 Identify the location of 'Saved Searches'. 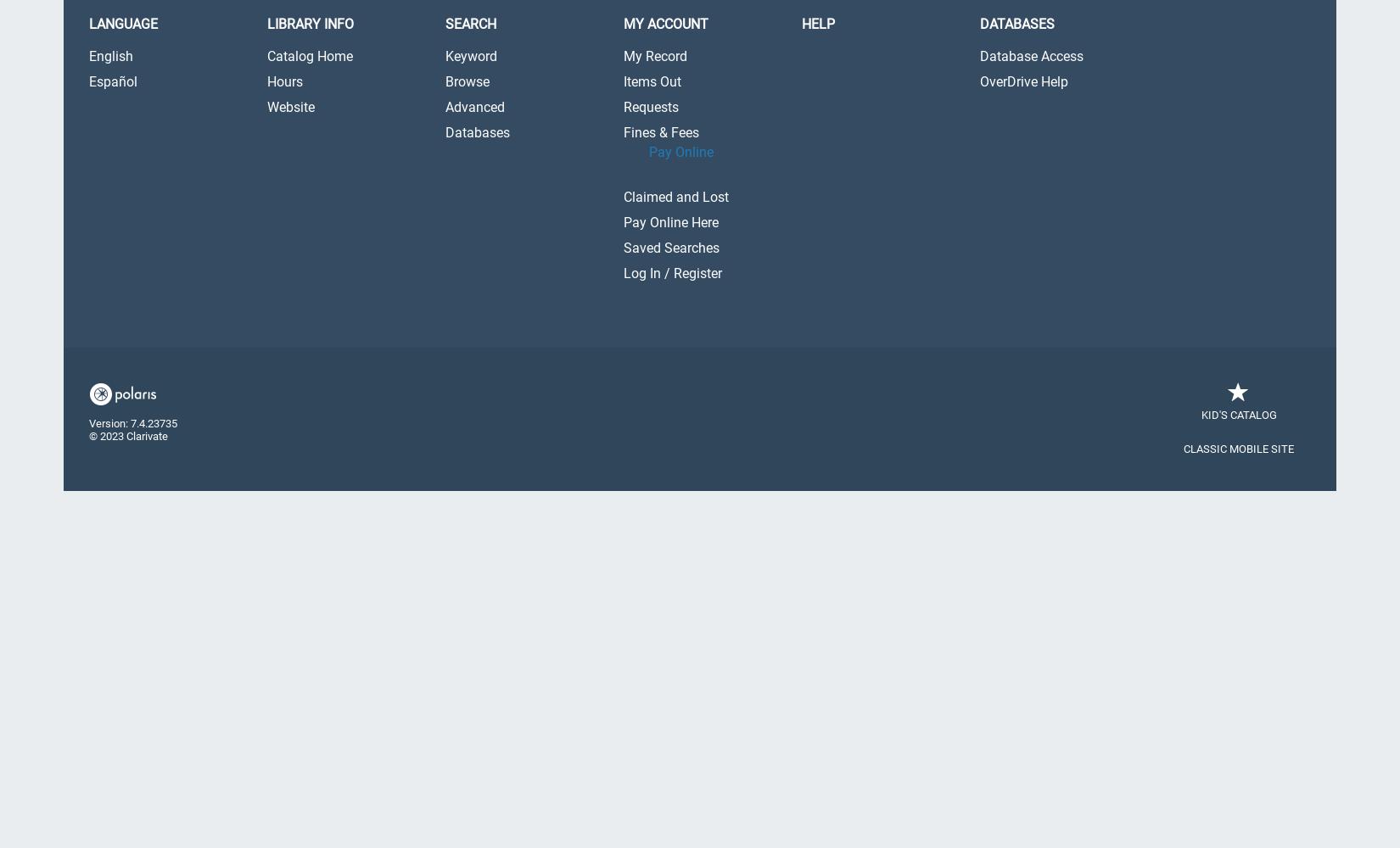
(670, 248).